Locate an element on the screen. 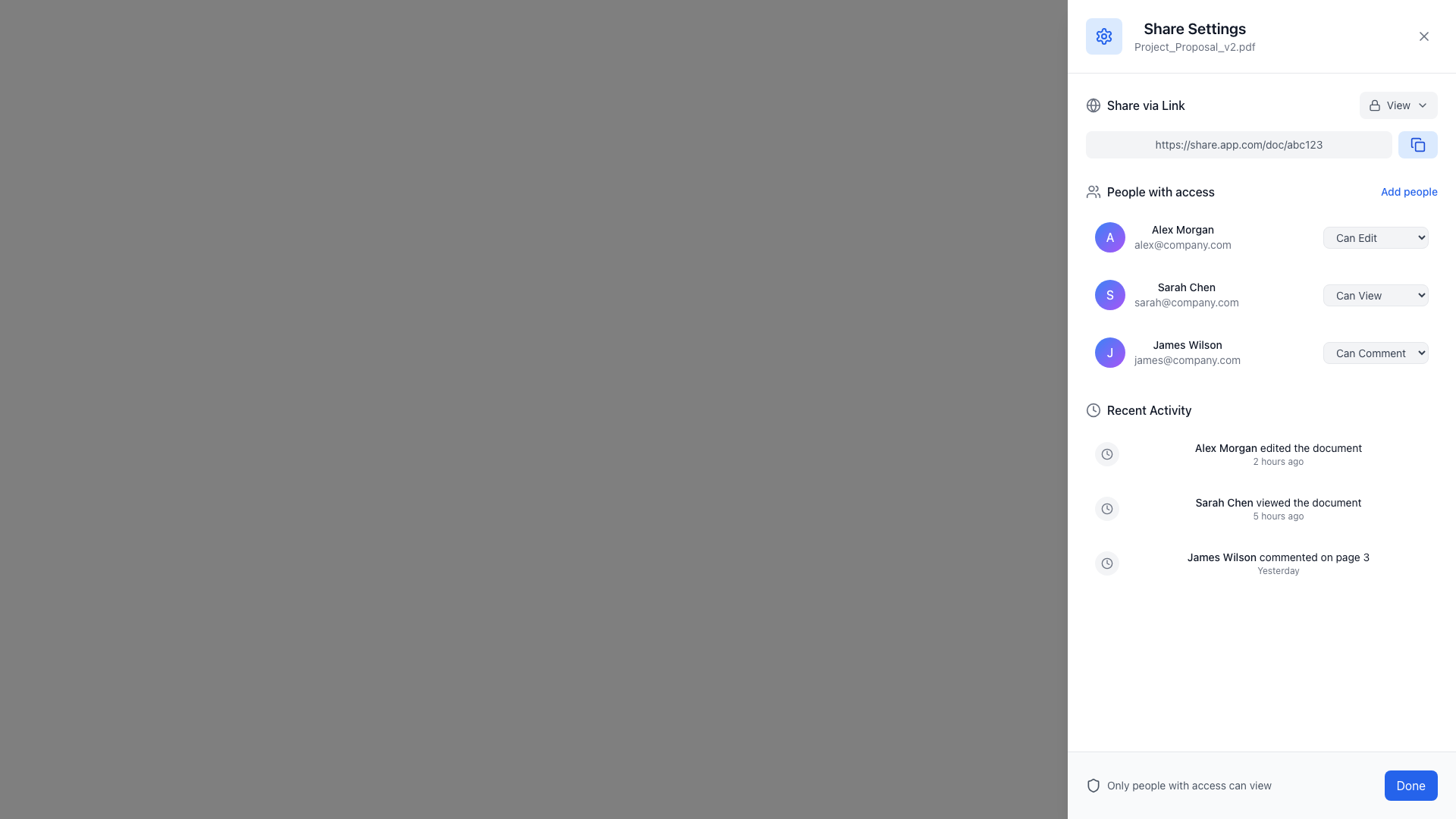 The image size is (1456, 819). the text link labeled 'Add people.' in the 'People with access' section to change its color is located at coordinates (1408, 191).